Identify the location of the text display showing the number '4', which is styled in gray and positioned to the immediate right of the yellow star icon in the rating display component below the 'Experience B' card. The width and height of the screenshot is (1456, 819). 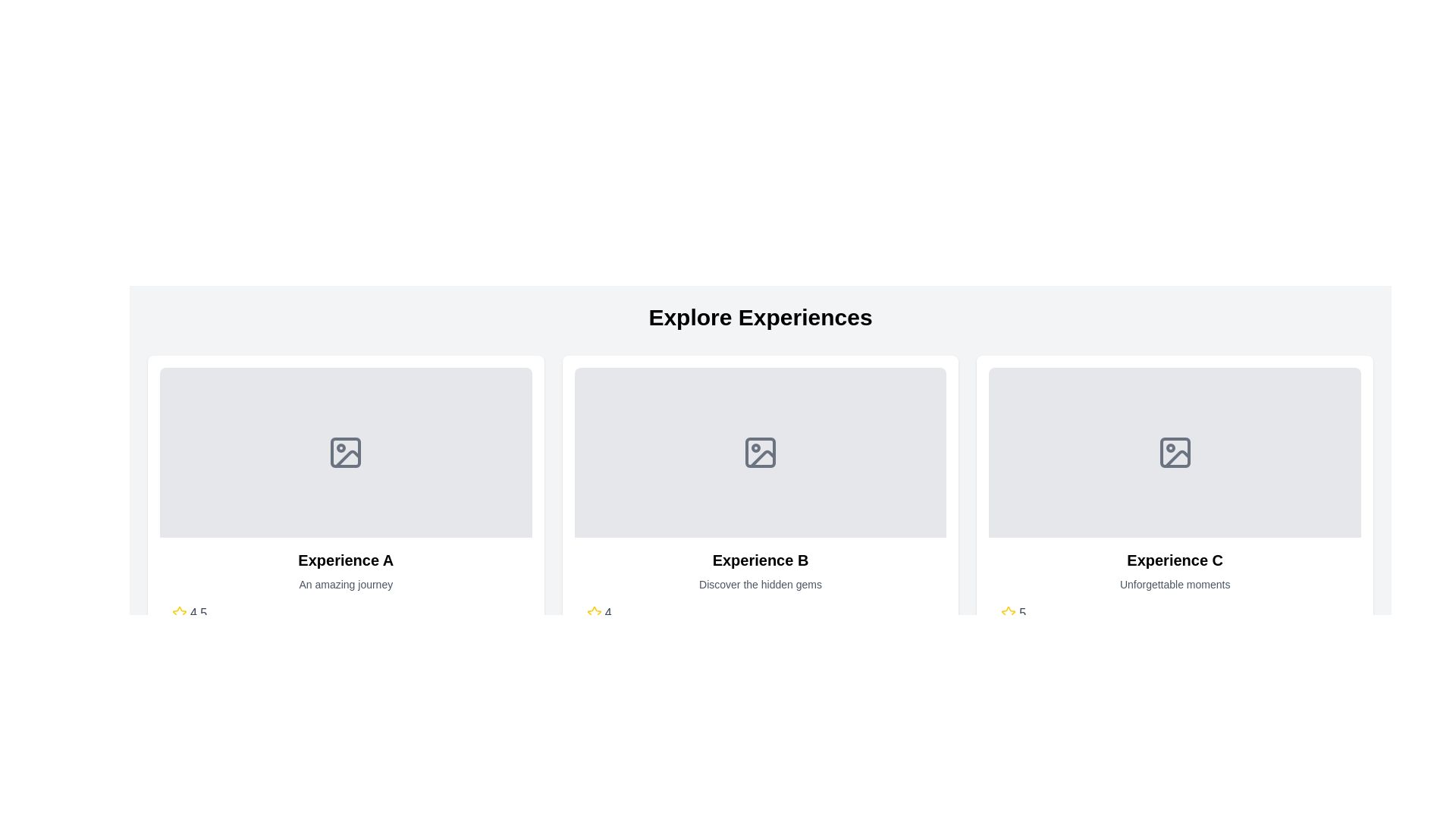
(608, 613).